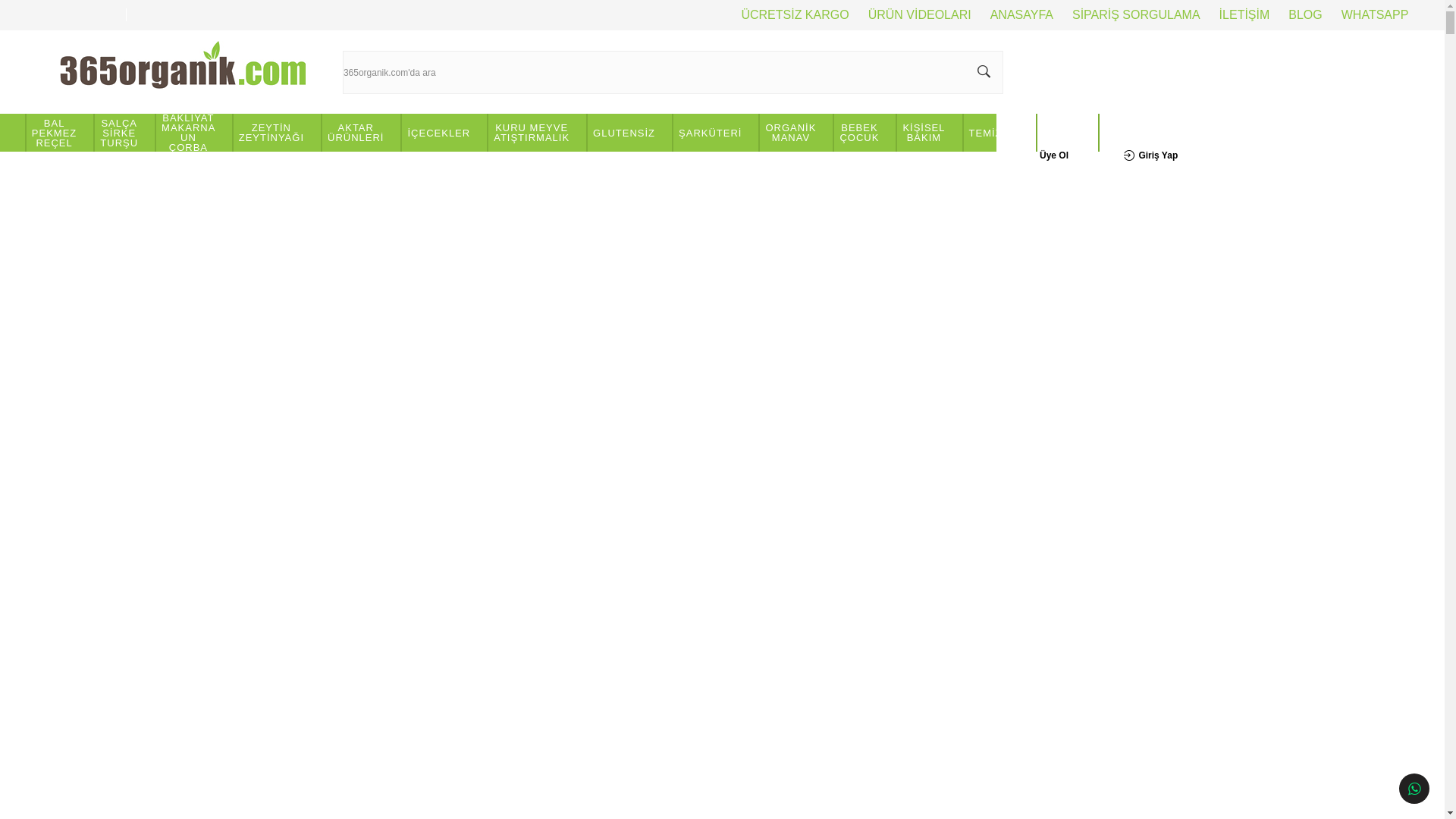 This screenshot has width=1456, height=819. I want to click on 'VEGAN', so click(1066, 131).